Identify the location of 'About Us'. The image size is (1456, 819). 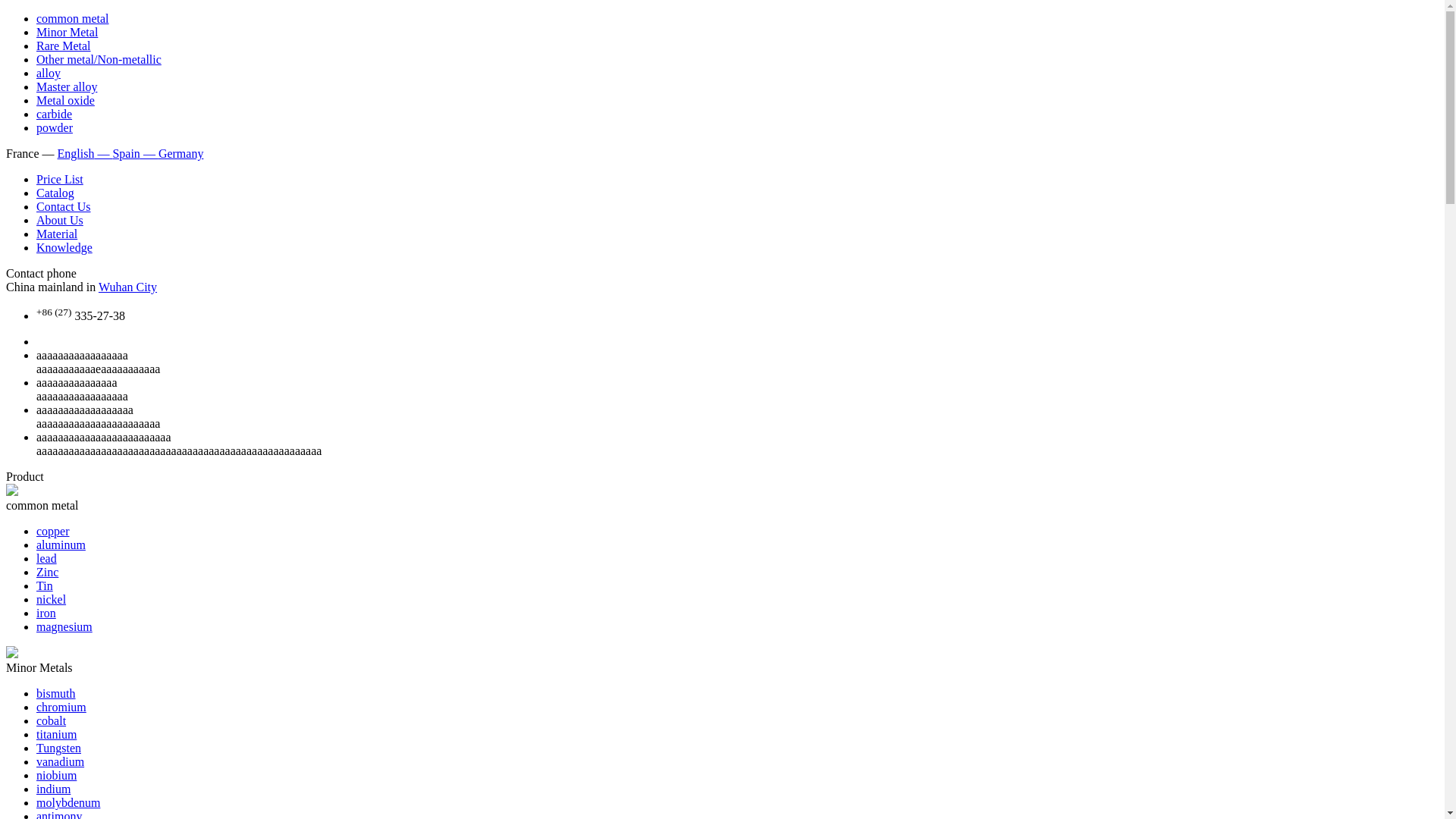
(59, 220).